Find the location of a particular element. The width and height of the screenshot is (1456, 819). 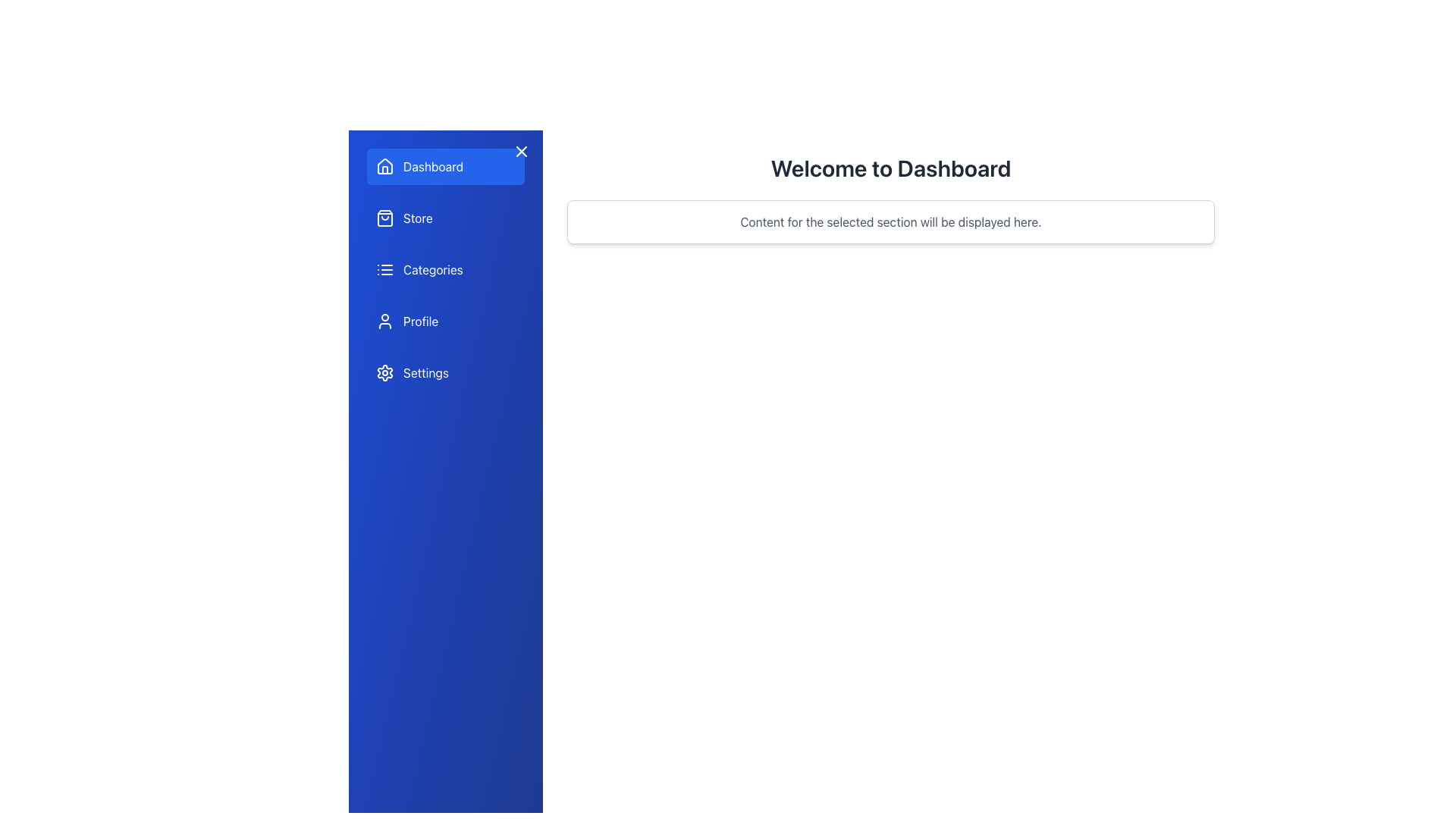

the Text Header, which is the main title or heading of the dashboard page, positioned at the top and horizontally centered is located at coordinates (891, 168).